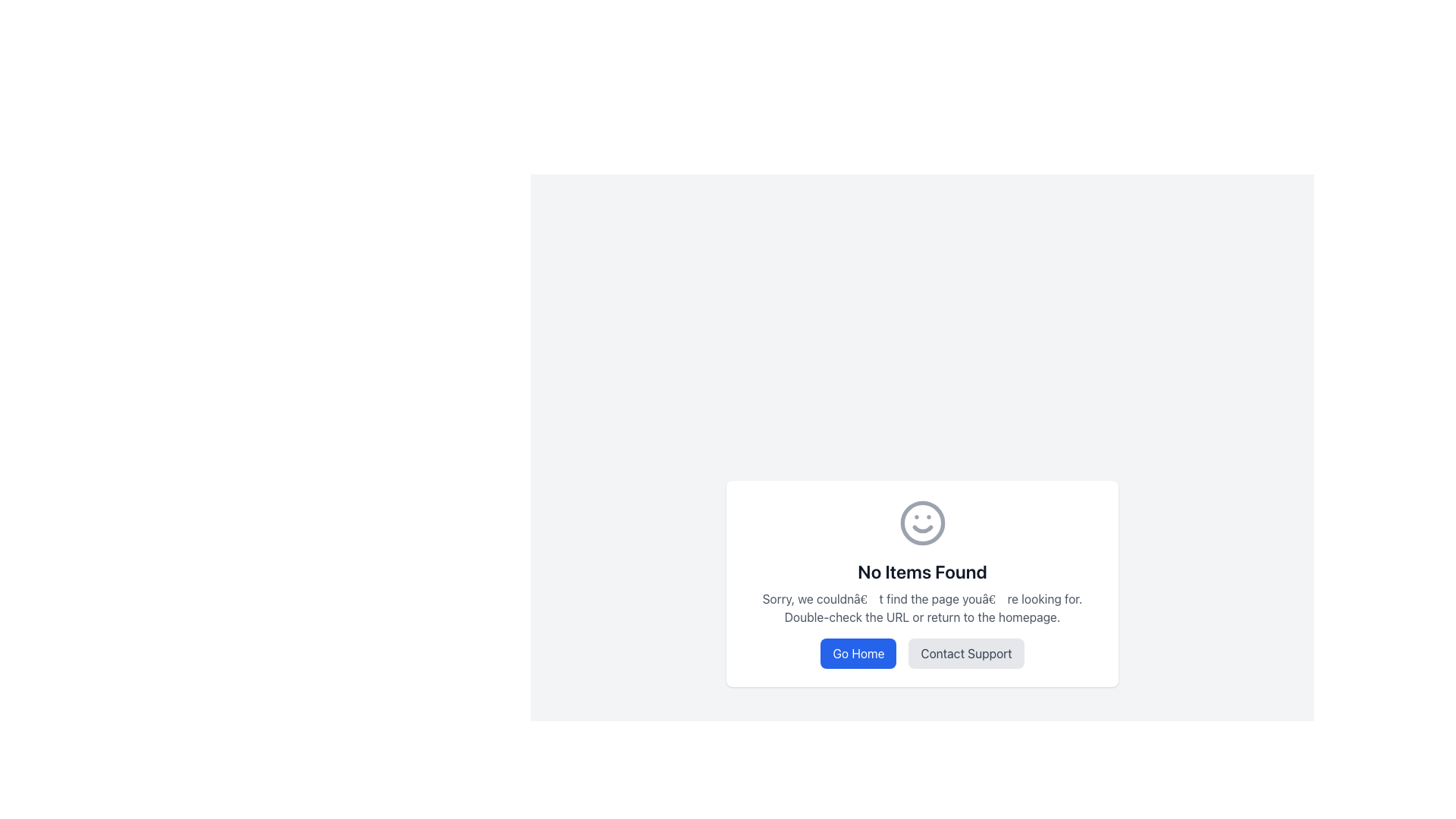  Describe the element at coordinates (921, 571) in the screenshot. I see `the Text Label that informs users that no items were found, positioned beneath a smiley face icon and above the descriptive message and buttons` at that location.